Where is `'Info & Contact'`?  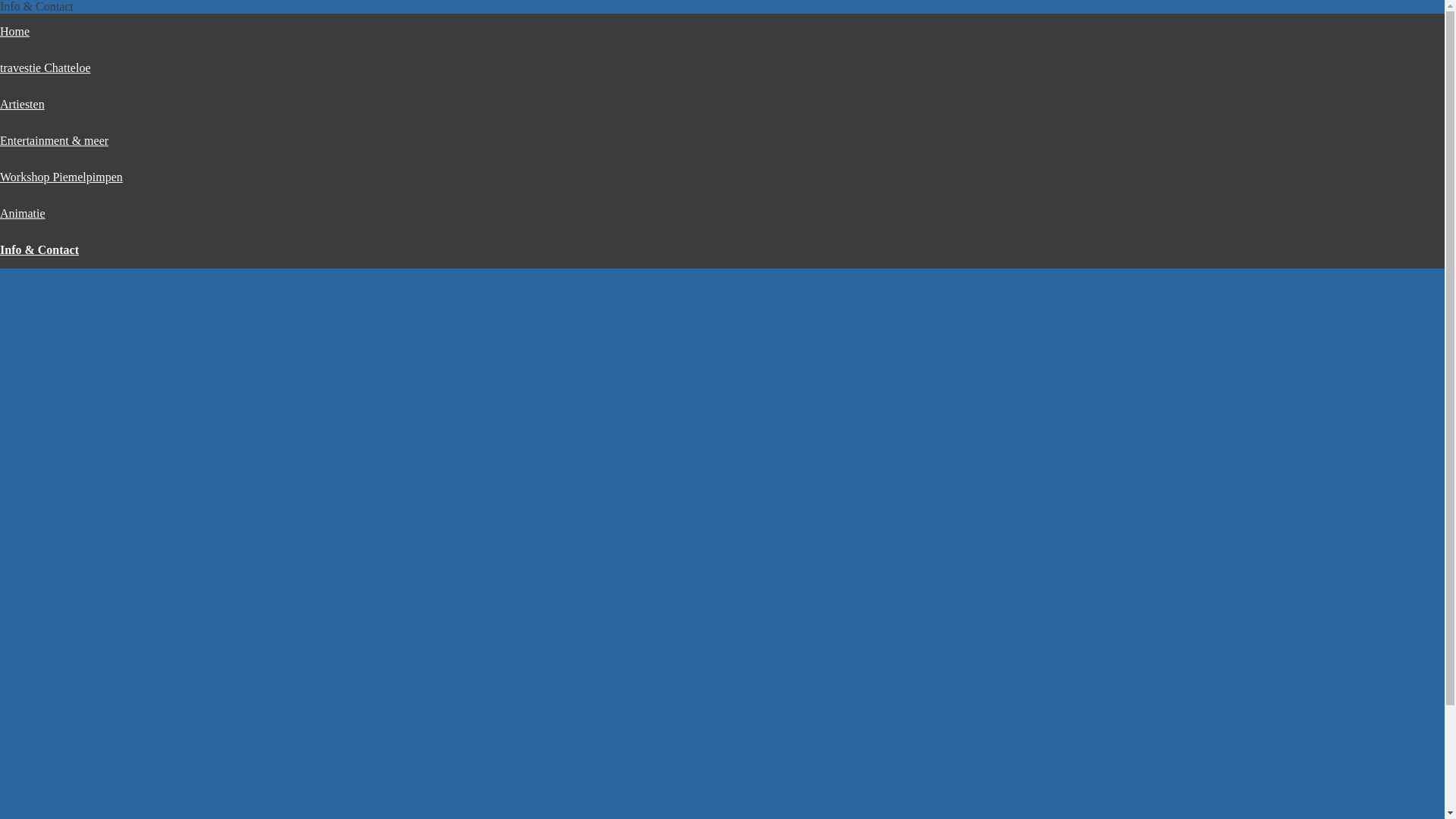 'Info & Contact' is located at coordinates (39, 249).